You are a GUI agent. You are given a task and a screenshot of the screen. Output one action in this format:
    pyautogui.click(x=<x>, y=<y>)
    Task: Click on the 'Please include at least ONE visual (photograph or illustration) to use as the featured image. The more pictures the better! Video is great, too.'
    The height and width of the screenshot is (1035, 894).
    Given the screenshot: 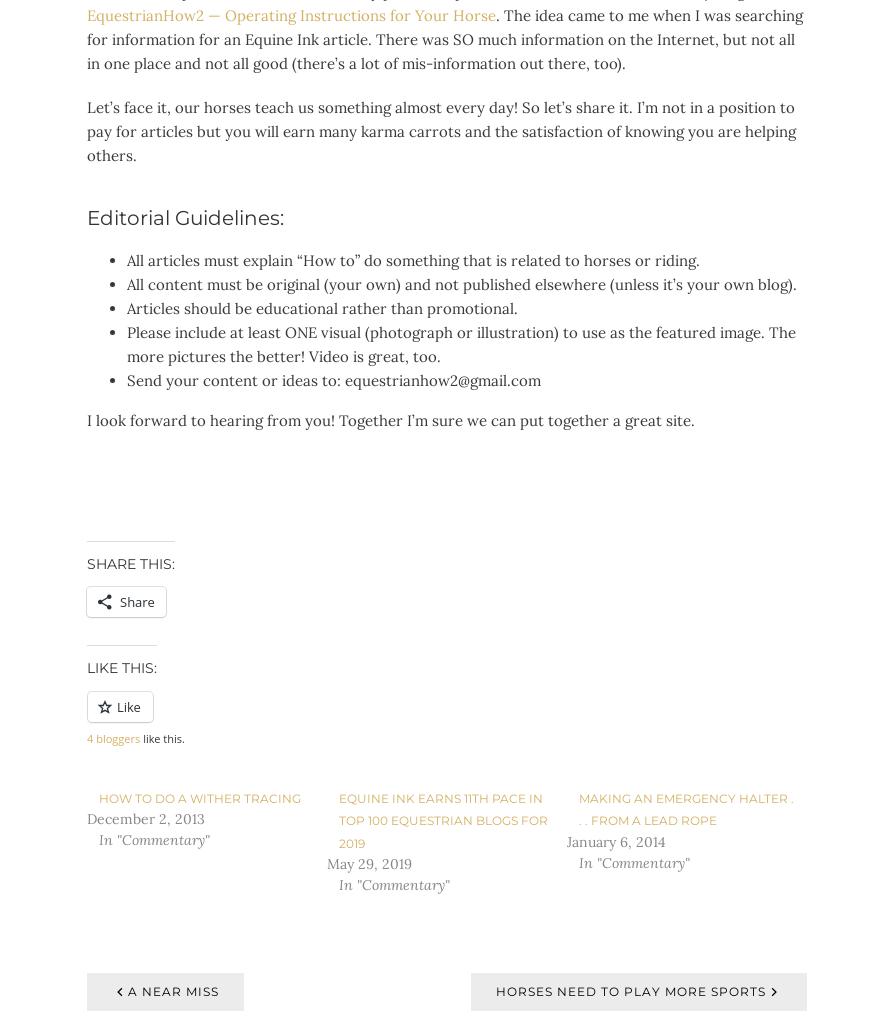 What is the action you would take?
    pyautogui.click(x=127, y=344)
    